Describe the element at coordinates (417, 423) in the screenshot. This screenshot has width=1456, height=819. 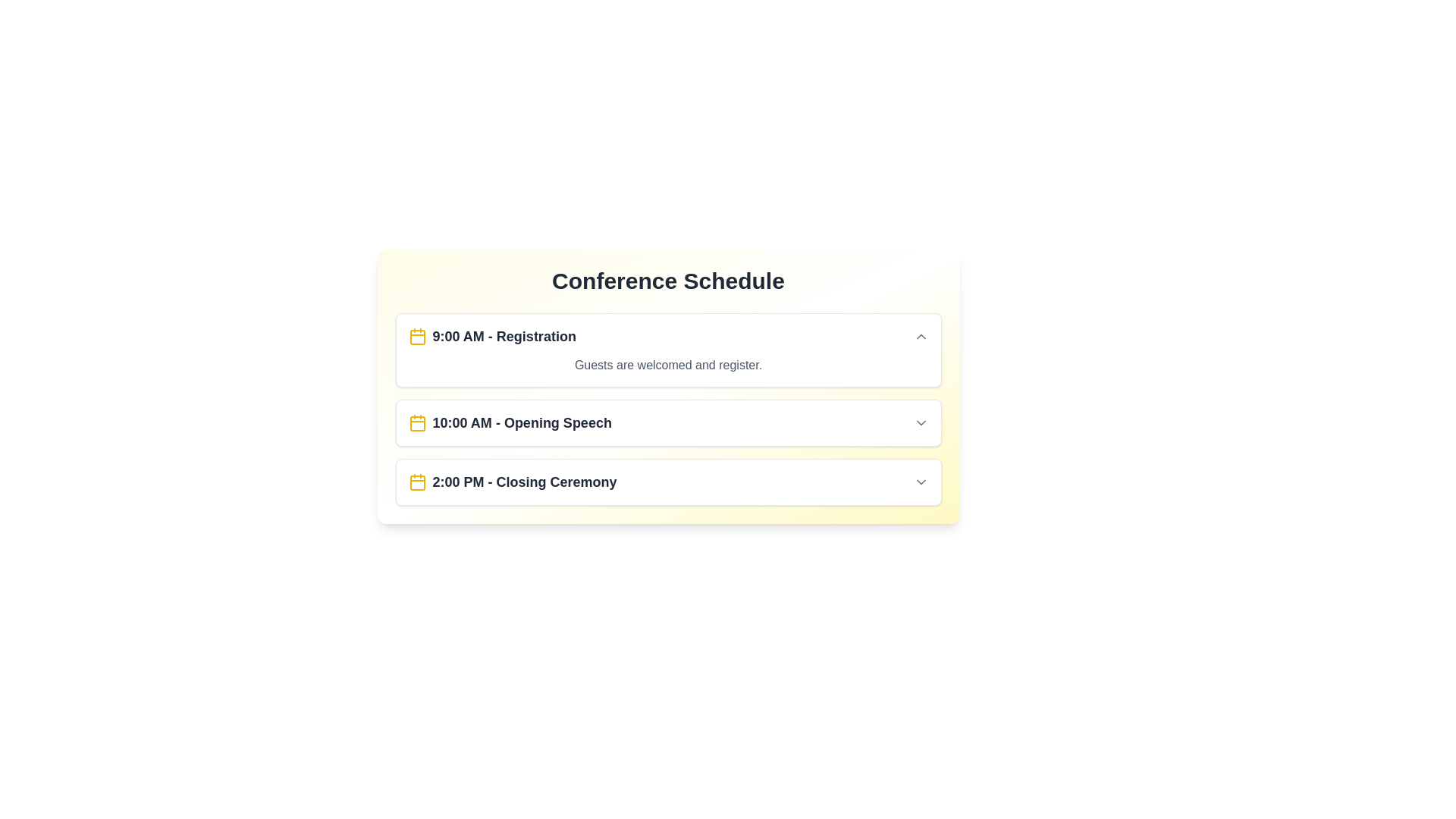
I see `the calendar icon located to the left of the text '10:00 AM - Opening Speech' in the schedule list` at that location.